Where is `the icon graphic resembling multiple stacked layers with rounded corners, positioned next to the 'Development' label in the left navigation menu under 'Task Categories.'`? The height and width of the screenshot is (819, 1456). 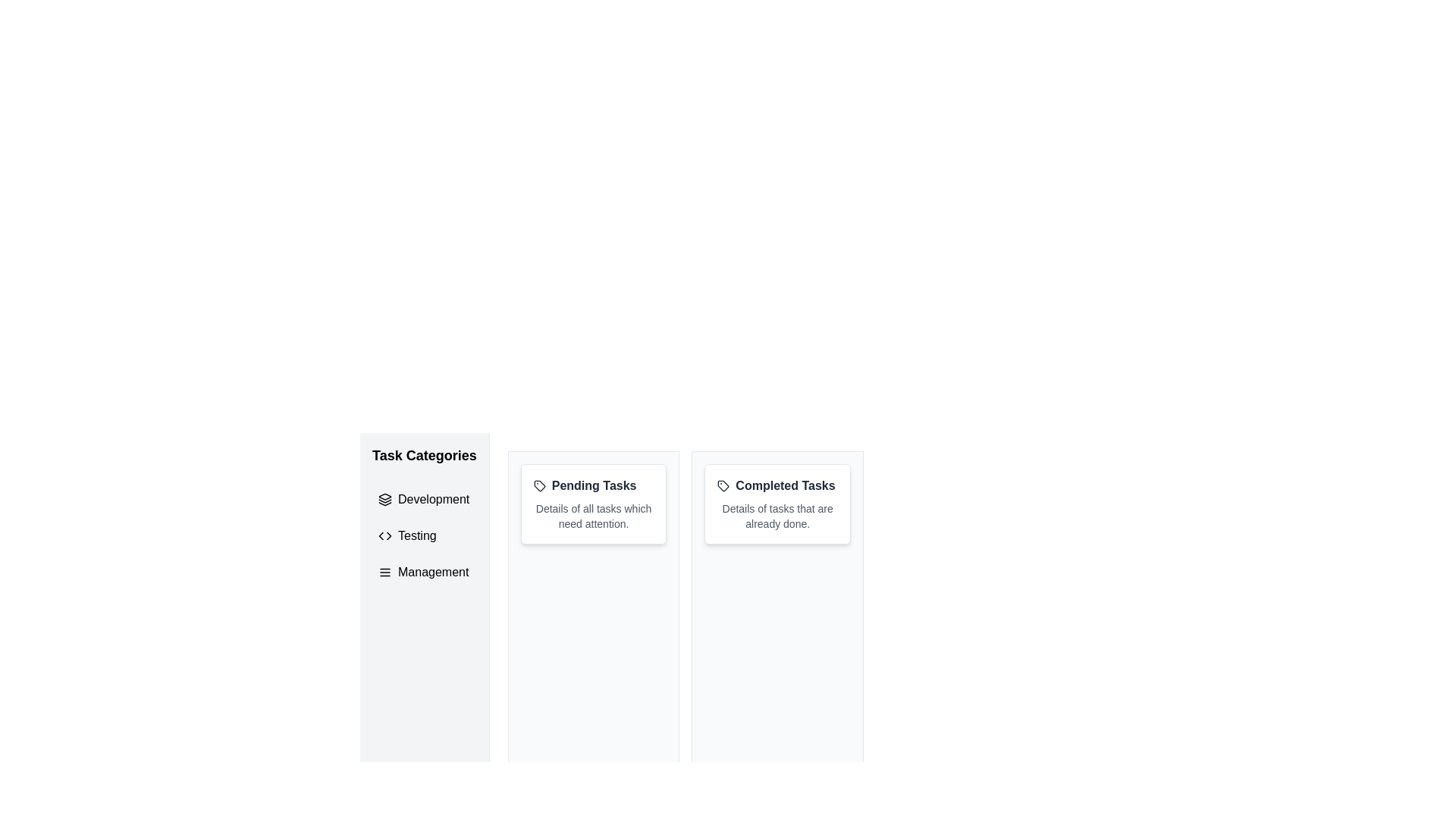 the icon graphic resembling multiple stacked layers with rounded corners, positioned next to the 'Development' label in the left navigation menu under 'Task Categories.' is located at coordinates (385, 500).